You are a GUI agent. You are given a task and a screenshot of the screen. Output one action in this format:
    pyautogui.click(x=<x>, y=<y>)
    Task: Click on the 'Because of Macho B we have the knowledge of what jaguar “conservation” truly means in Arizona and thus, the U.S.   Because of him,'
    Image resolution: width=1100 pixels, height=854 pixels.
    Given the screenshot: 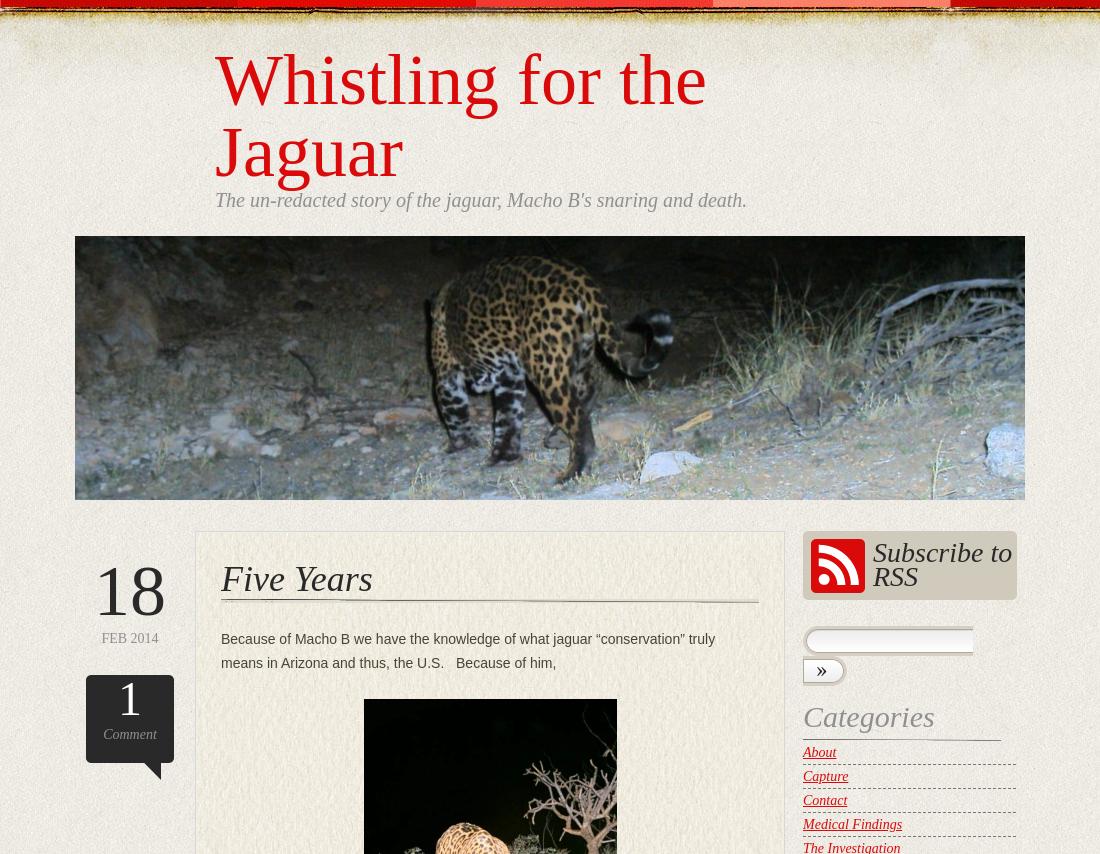 What is the action you would take?
    pyautogui.click(x=467, y=651)
    